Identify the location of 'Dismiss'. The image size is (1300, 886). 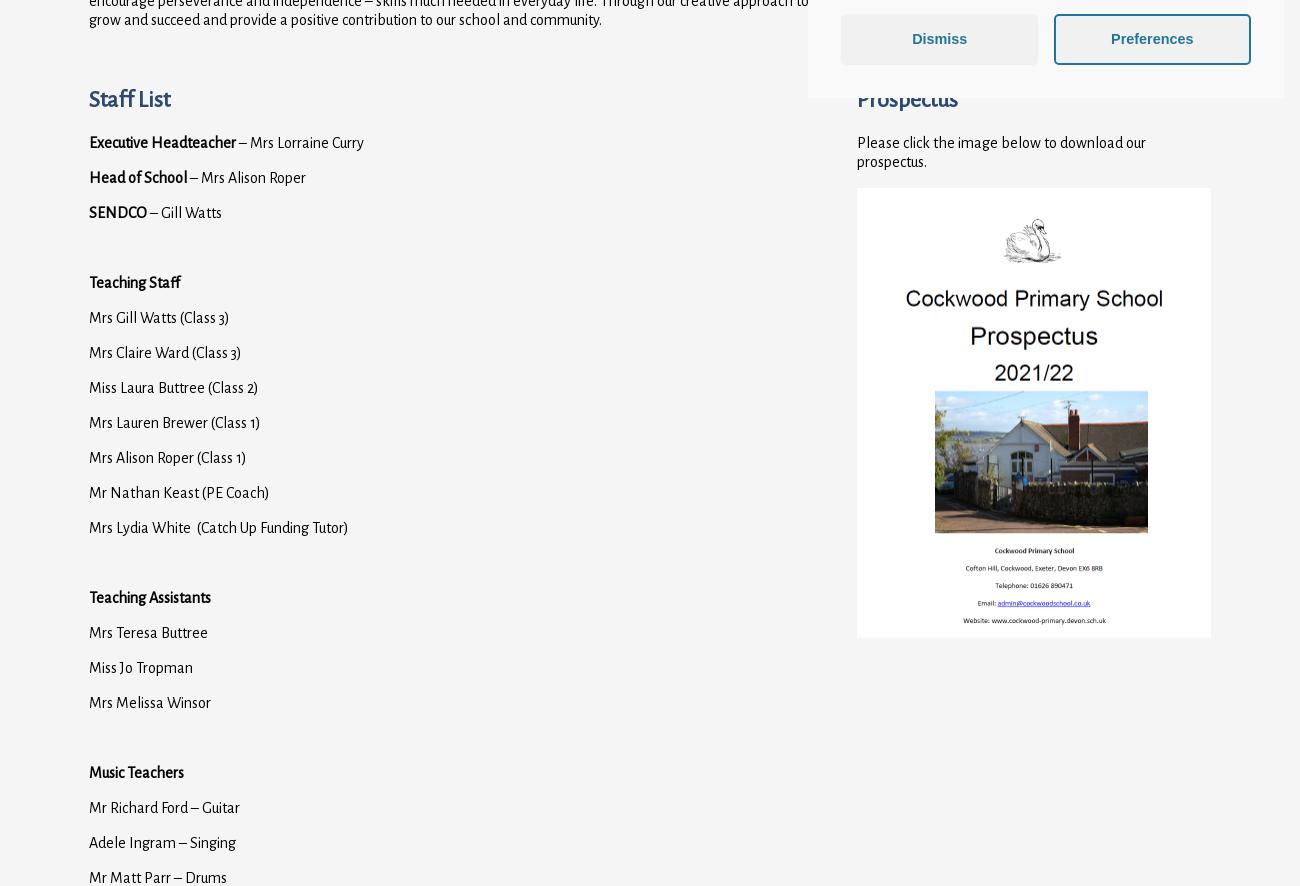
(910, 38).